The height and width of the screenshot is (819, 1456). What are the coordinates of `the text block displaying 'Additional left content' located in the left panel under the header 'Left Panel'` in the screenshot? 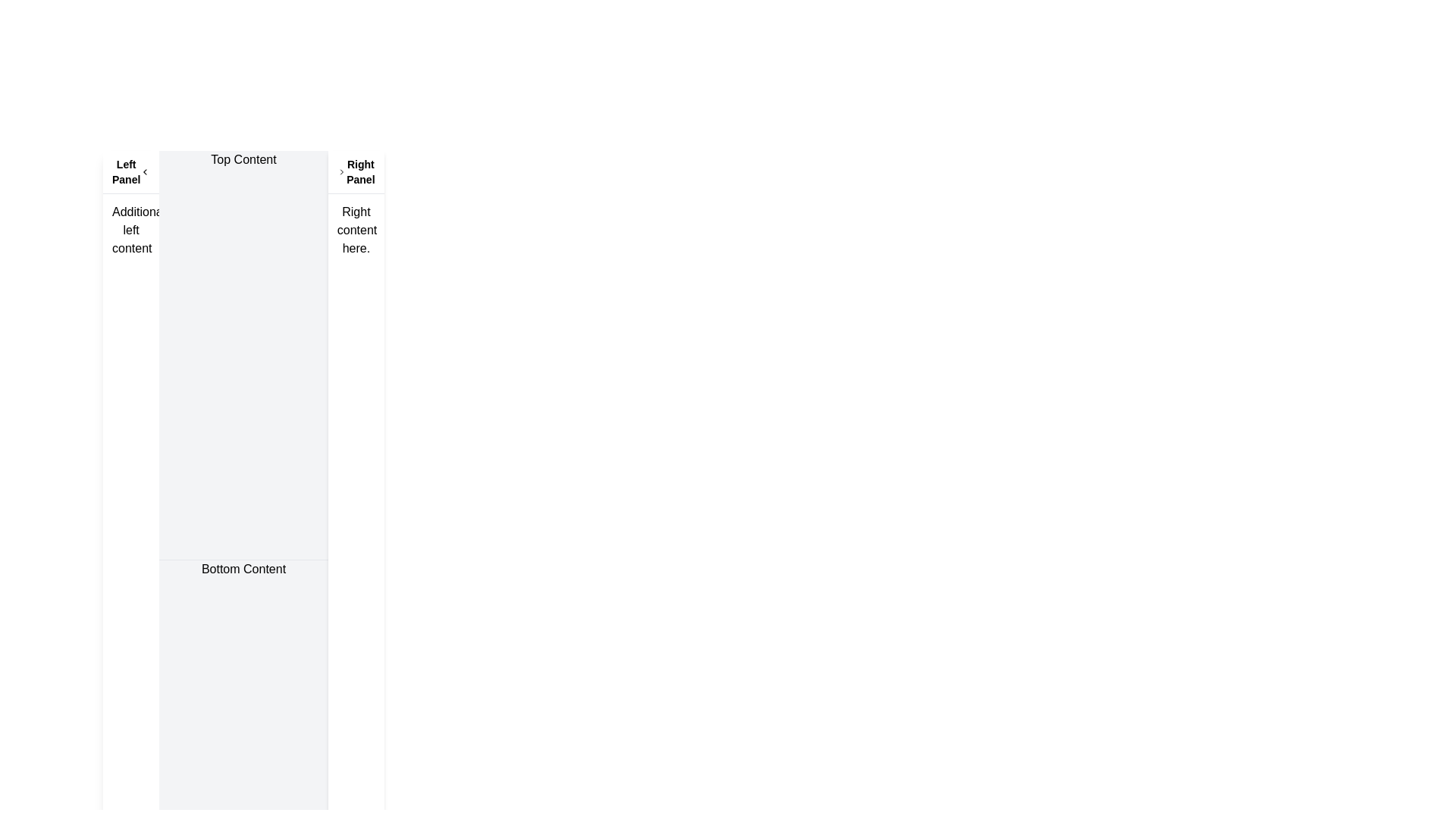 It's located at (131, 231).